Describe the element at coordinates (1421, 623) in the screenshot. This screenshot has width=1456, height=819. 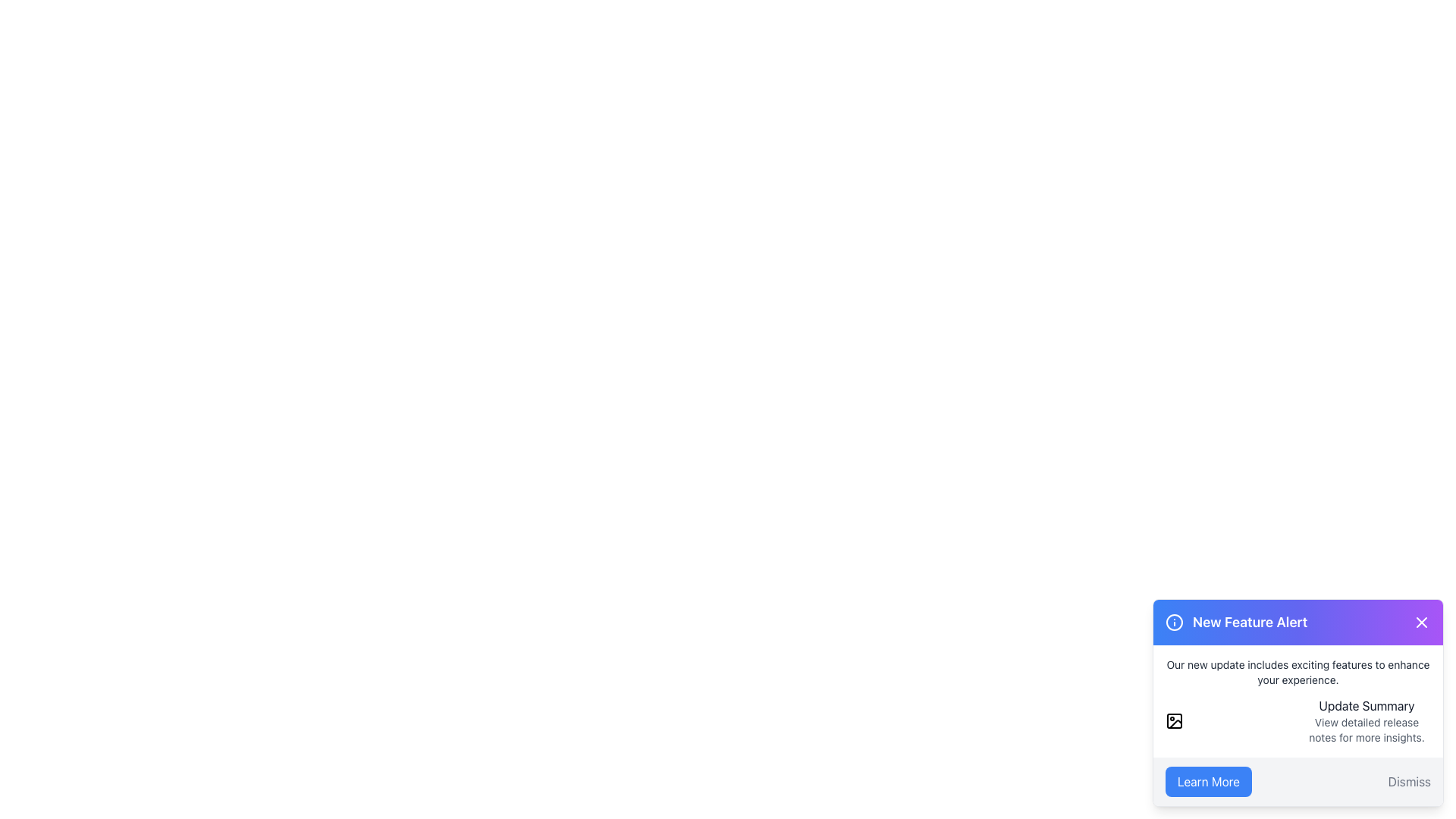
I see `the close button located in the top-right corner of the notification card` at that location.